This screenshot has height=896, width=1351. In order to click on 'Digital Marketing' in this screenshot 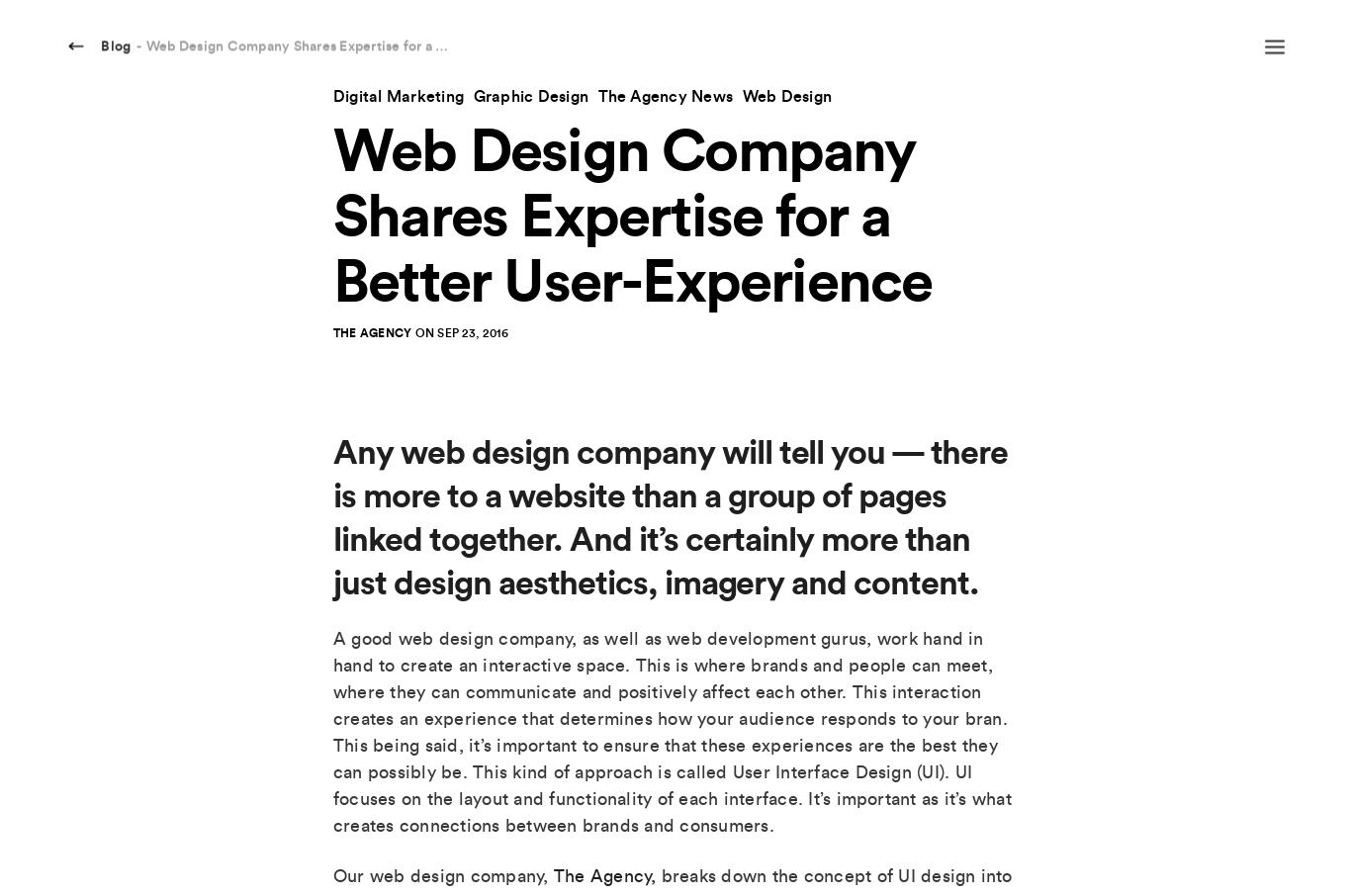, I will do `click(397, 95)`.